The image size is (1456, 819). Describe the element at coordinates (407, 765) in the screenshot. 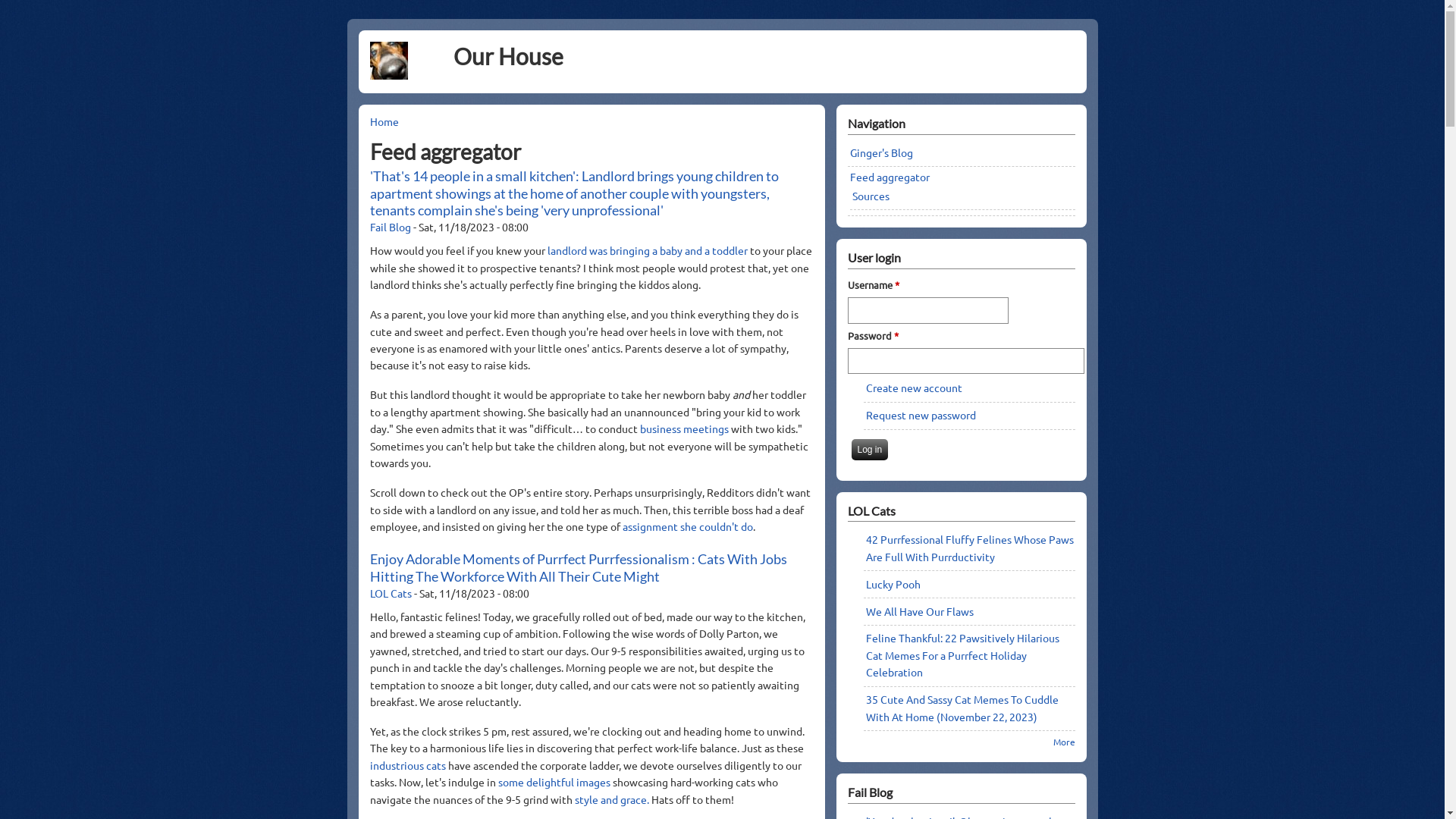

I see `'industrious cats'` at that location.